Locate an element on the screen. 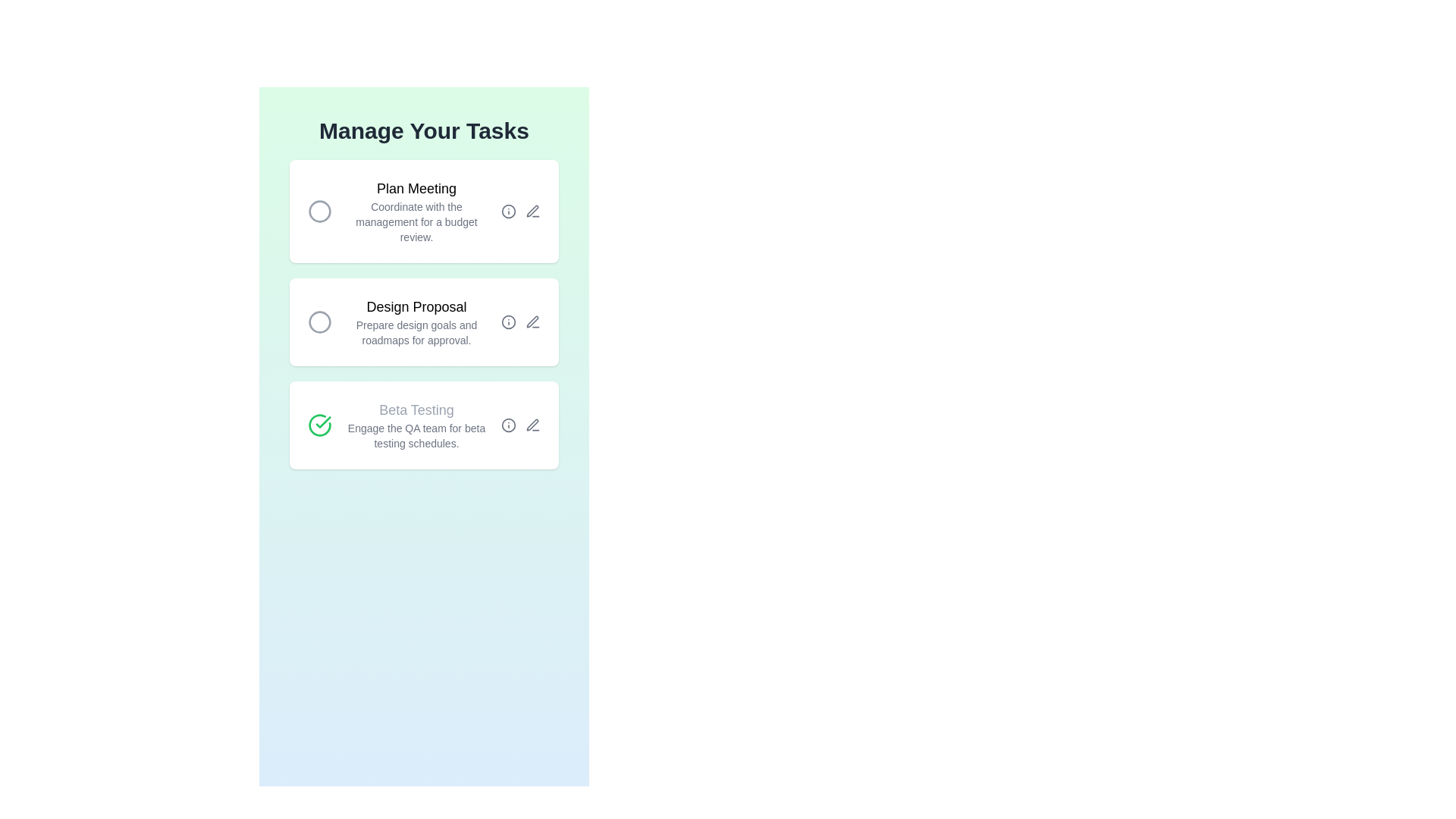  the 'More information' icon for the task 'Plan Meeting' is located at coordinates (509, 211).